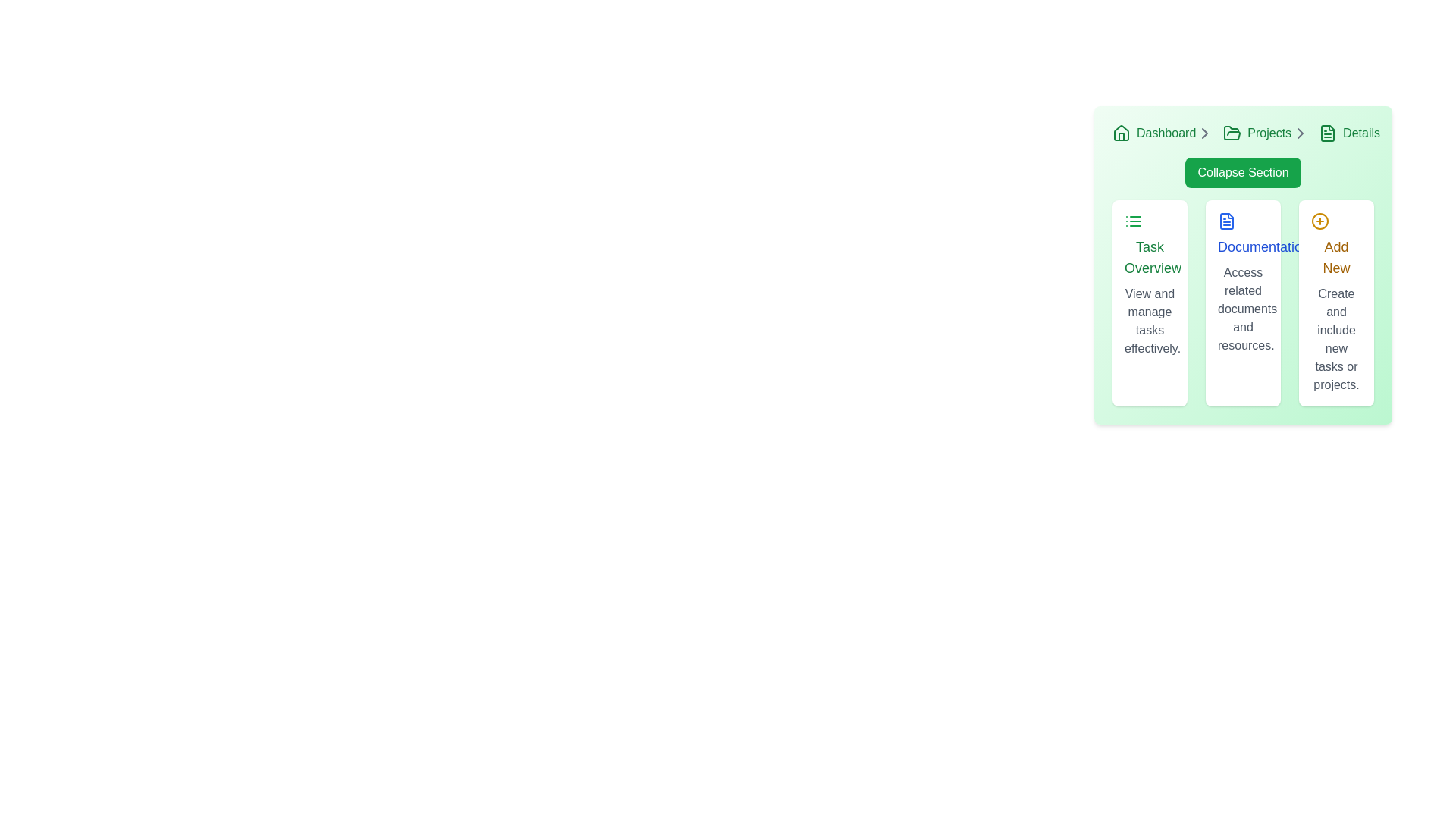 Image resolution: width=1456 pixels, height=819 pixels. Describe the element at coordinates (1226, 221) in the screenshot. I see `the blue document icon located in the top-left corner of the 'Documentation' card, which is the second card in a row of three` at that location.